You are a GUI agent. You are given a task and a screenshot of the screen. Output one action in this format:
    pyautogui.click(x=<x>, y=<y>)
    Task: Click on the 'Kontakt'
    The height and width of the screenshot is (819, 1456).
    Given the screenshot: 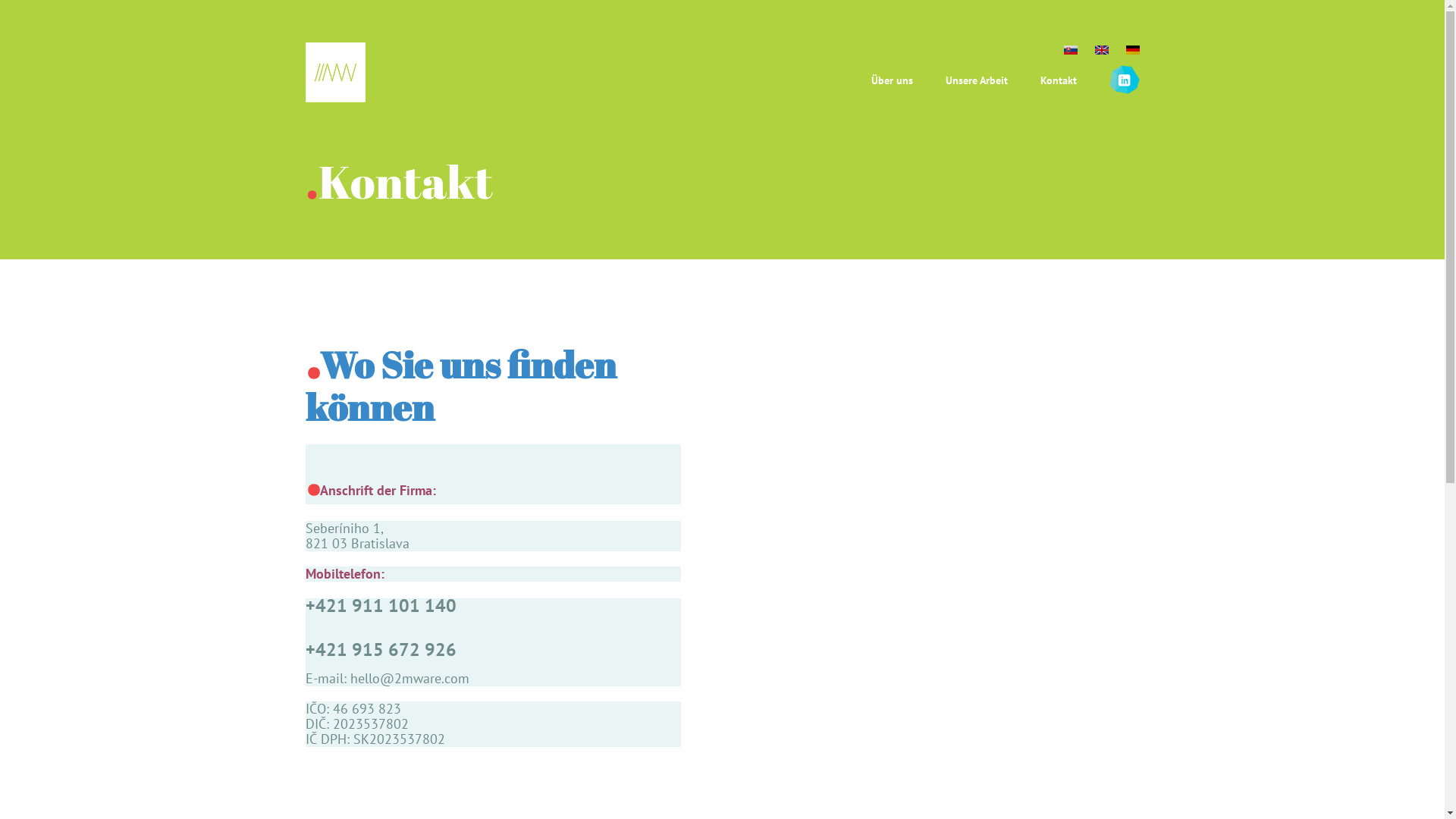 What is the action you would take?
    pyautogui.click(x=1058, y=80)
    